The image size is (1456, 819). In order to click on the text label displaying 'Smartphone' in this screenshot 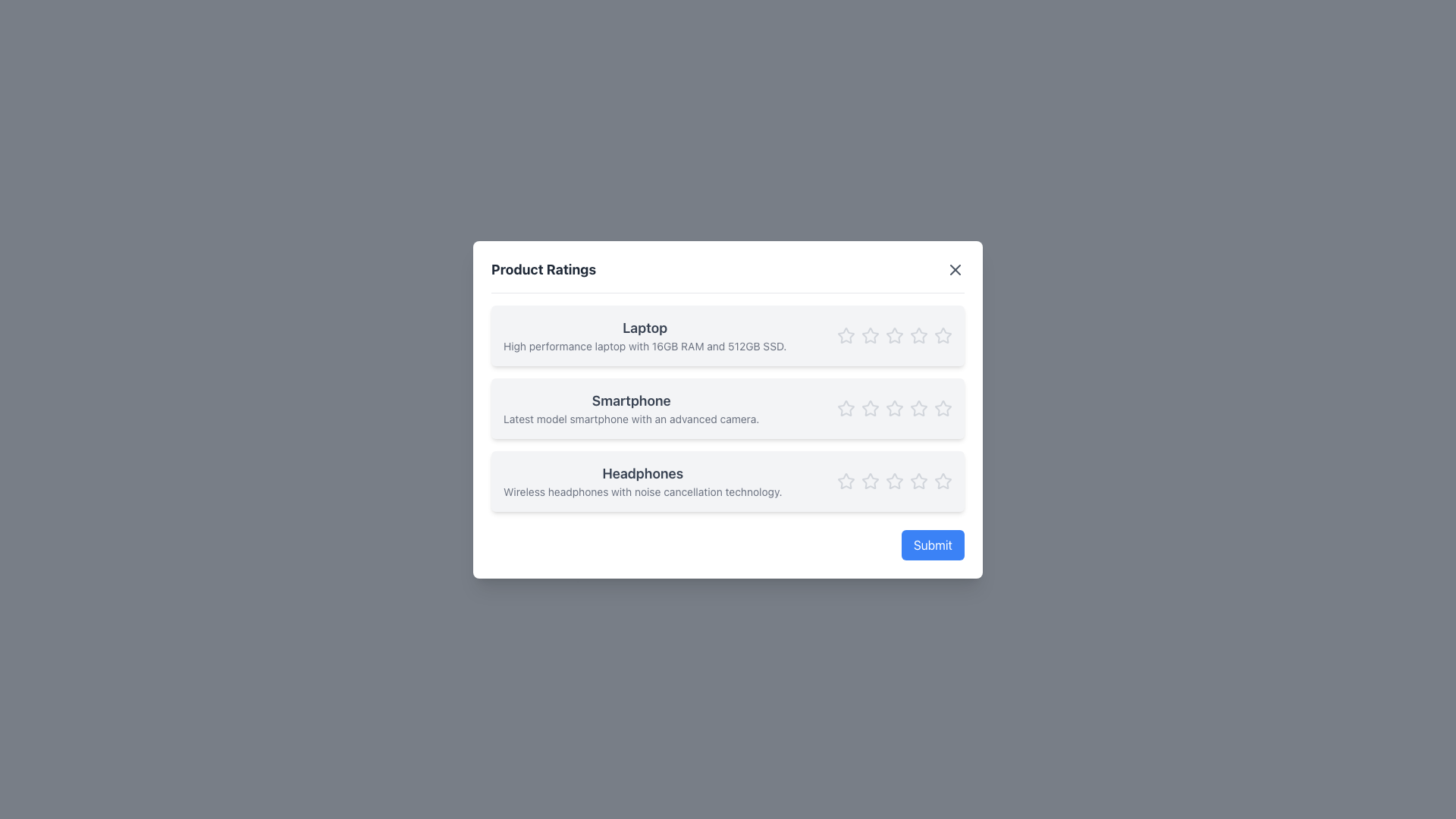, I will do `click(631, 400)`.